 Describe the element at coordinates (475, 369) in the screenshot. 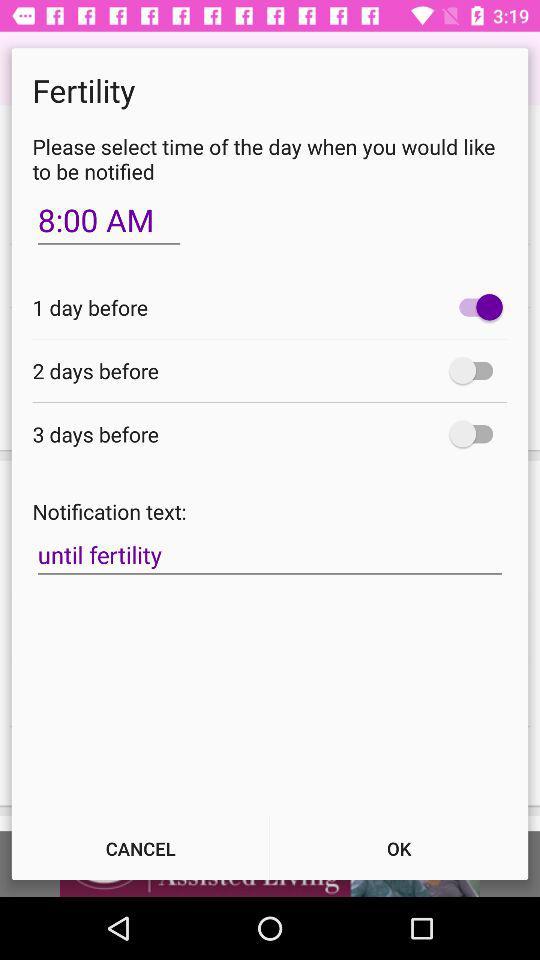

I see `option` at that location.